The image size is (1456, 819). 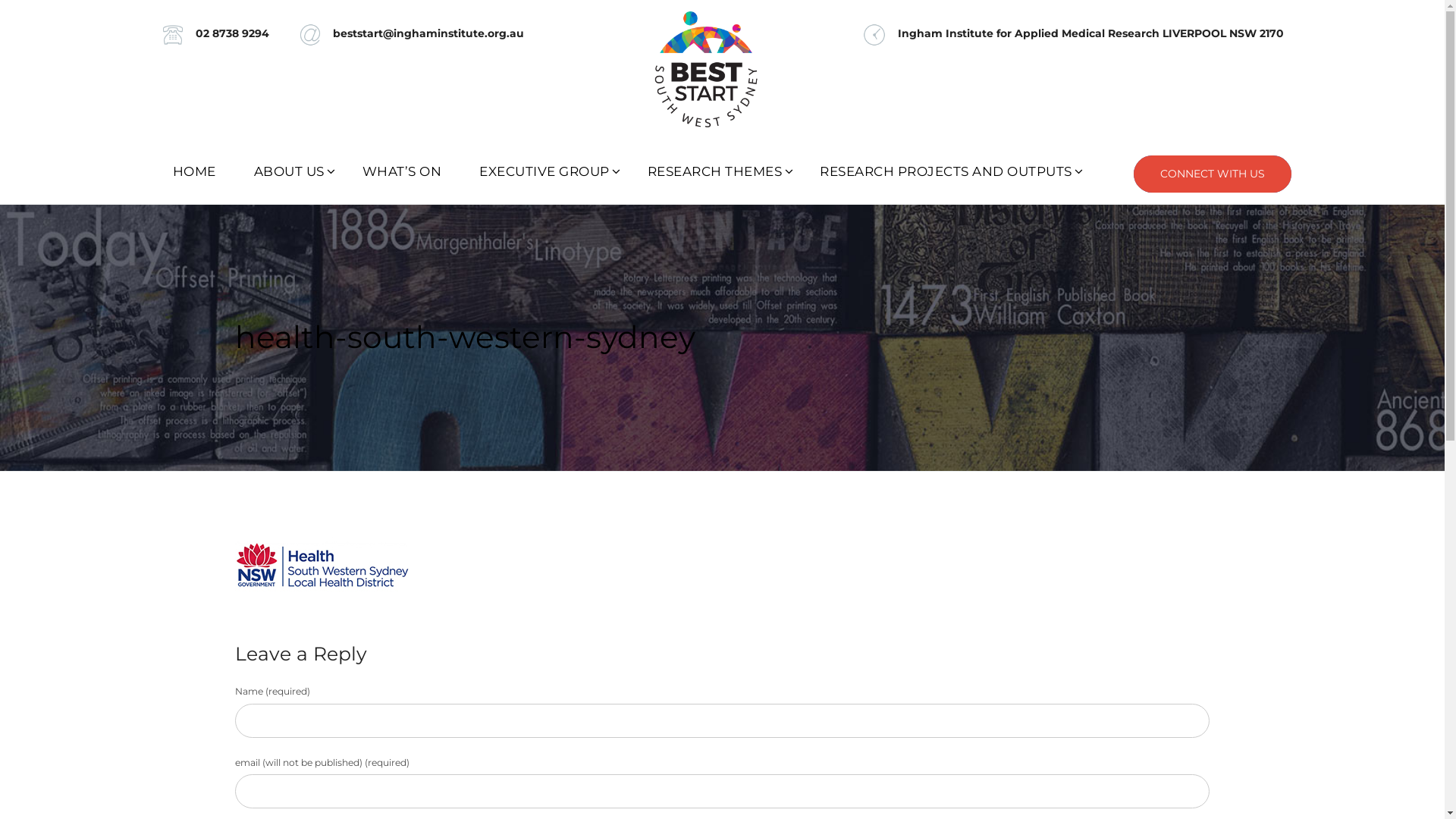 What do you see at coordinates (459, 171) in the screenshot?
I see `'EXECUTIVE GROUP'` at bounding box center [459, 171].